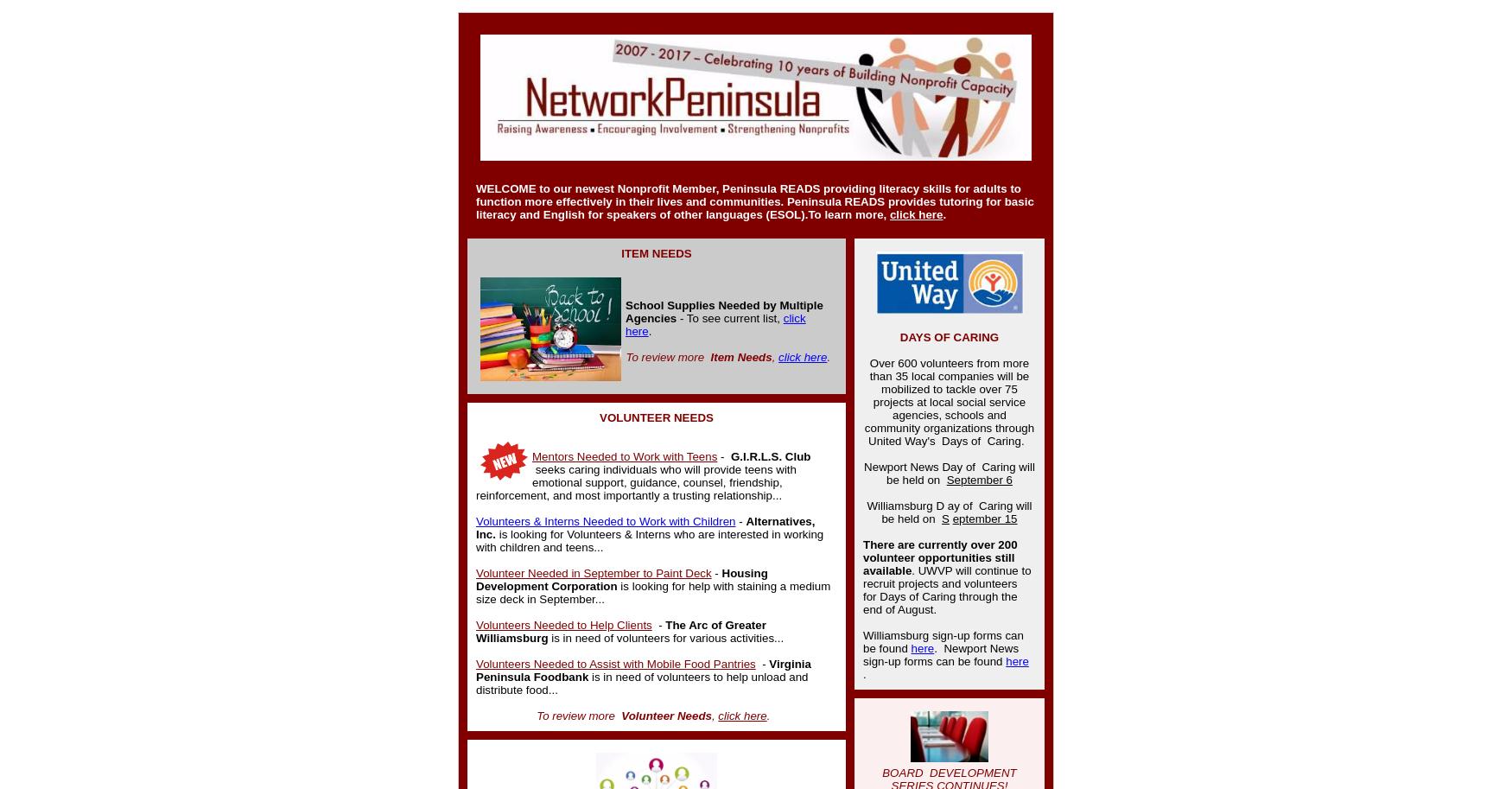  Describe the element at coordinates (954, 441) in the screenshot. I see `'Days'` at that location.